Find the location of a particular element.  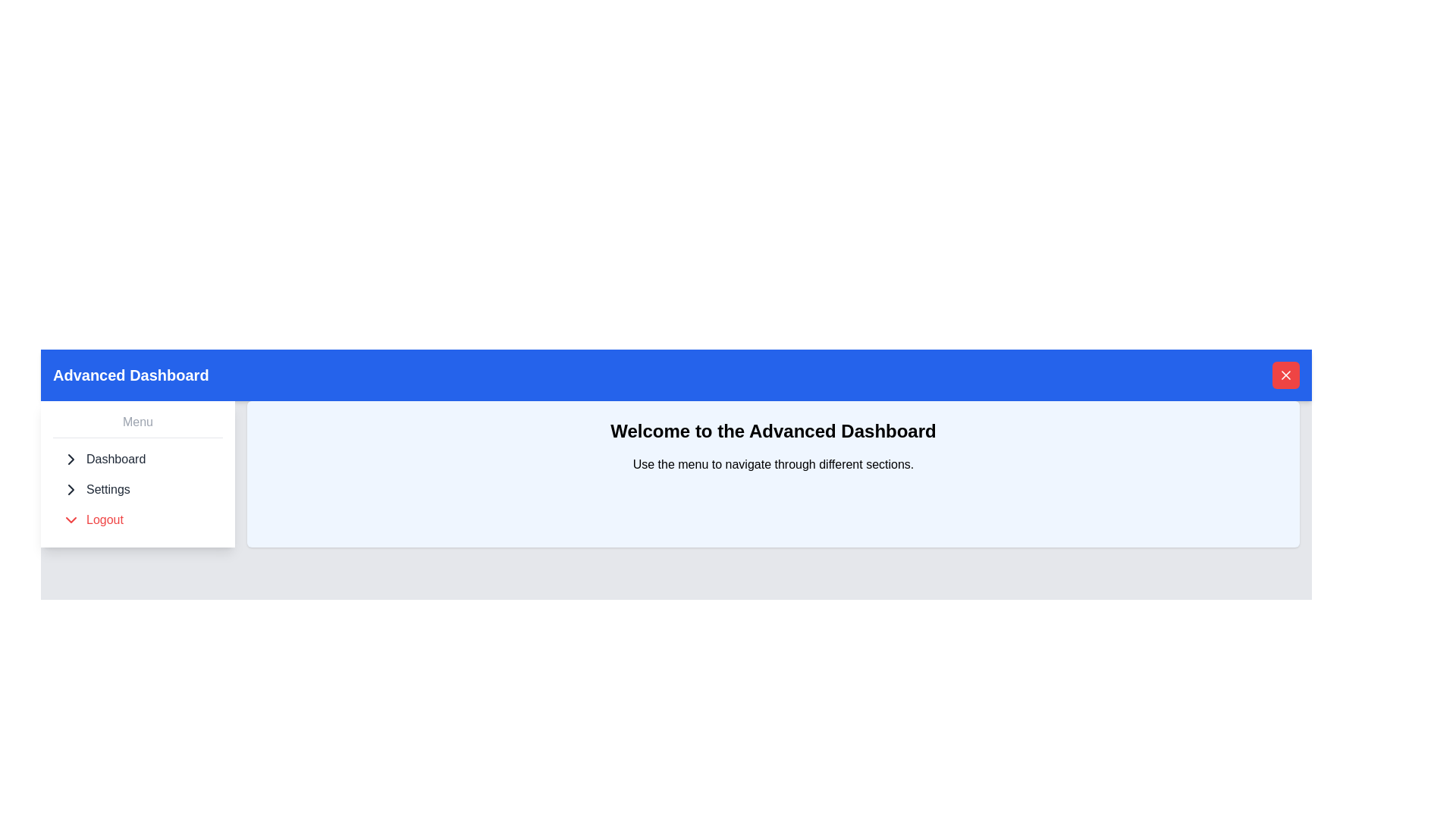

the static text label that serves as a section header for the menu, located at the top of the vertically stacked list in the left panel, above the 'Dashboard' item is located at coordinates (138, 425).